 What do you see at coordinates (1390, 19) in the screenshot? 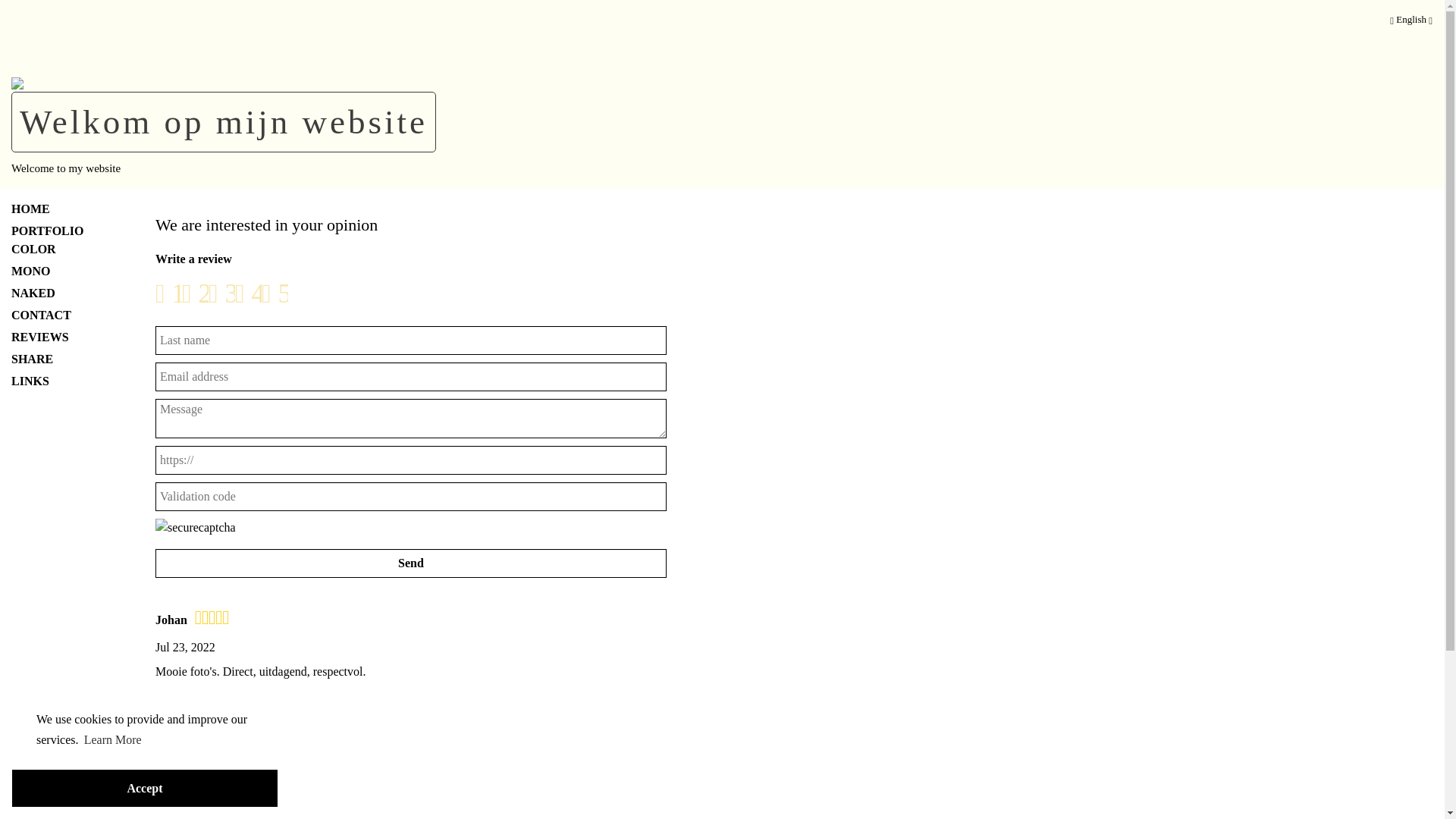
I see `'English'` at bounding box center [1390, 19].